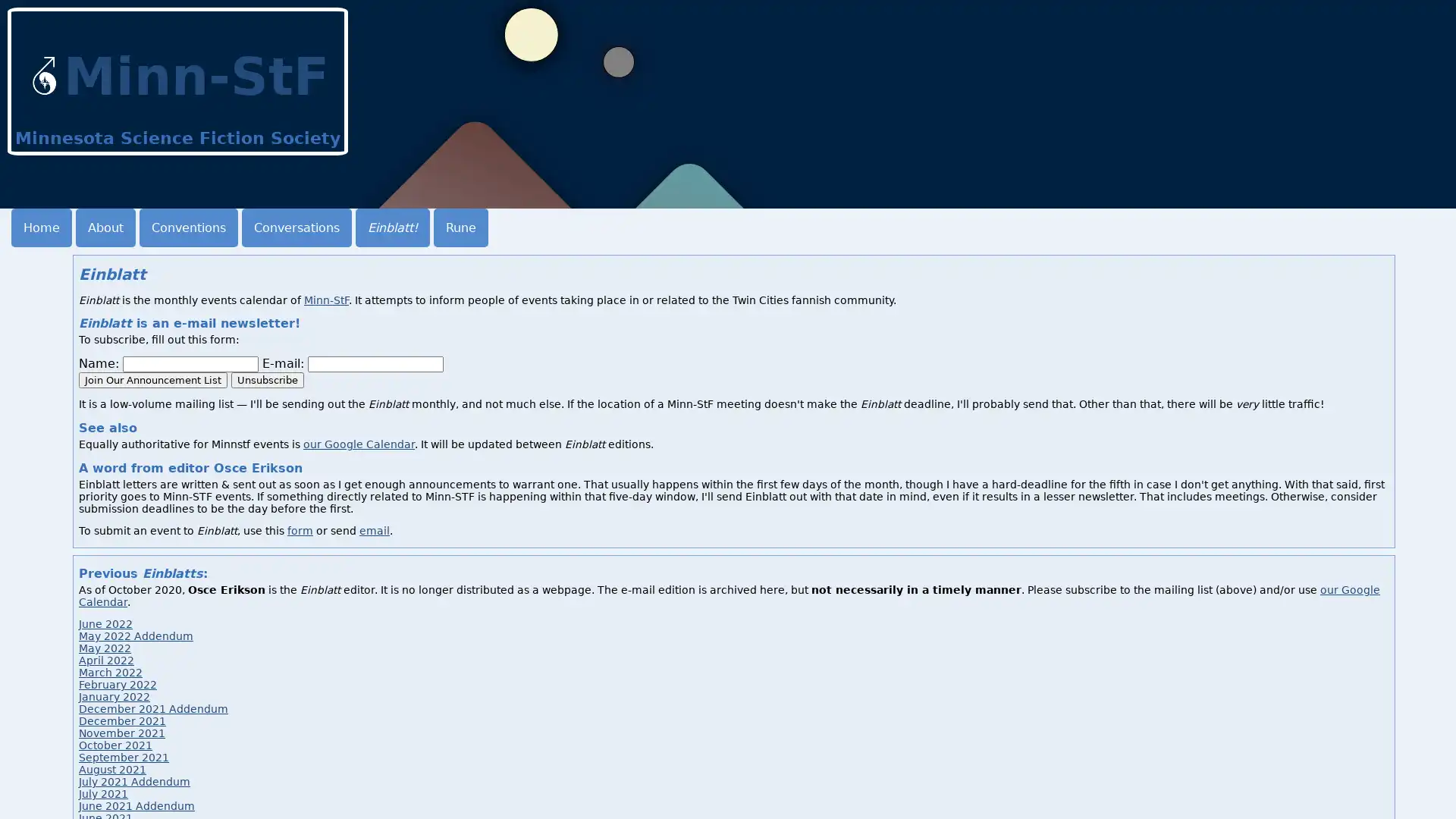 This screenshot has width=1456, height=819. What do you see at coordinates (297, 227) in the screenshot?
I see `Conversations` at bounding box center [297, 227].